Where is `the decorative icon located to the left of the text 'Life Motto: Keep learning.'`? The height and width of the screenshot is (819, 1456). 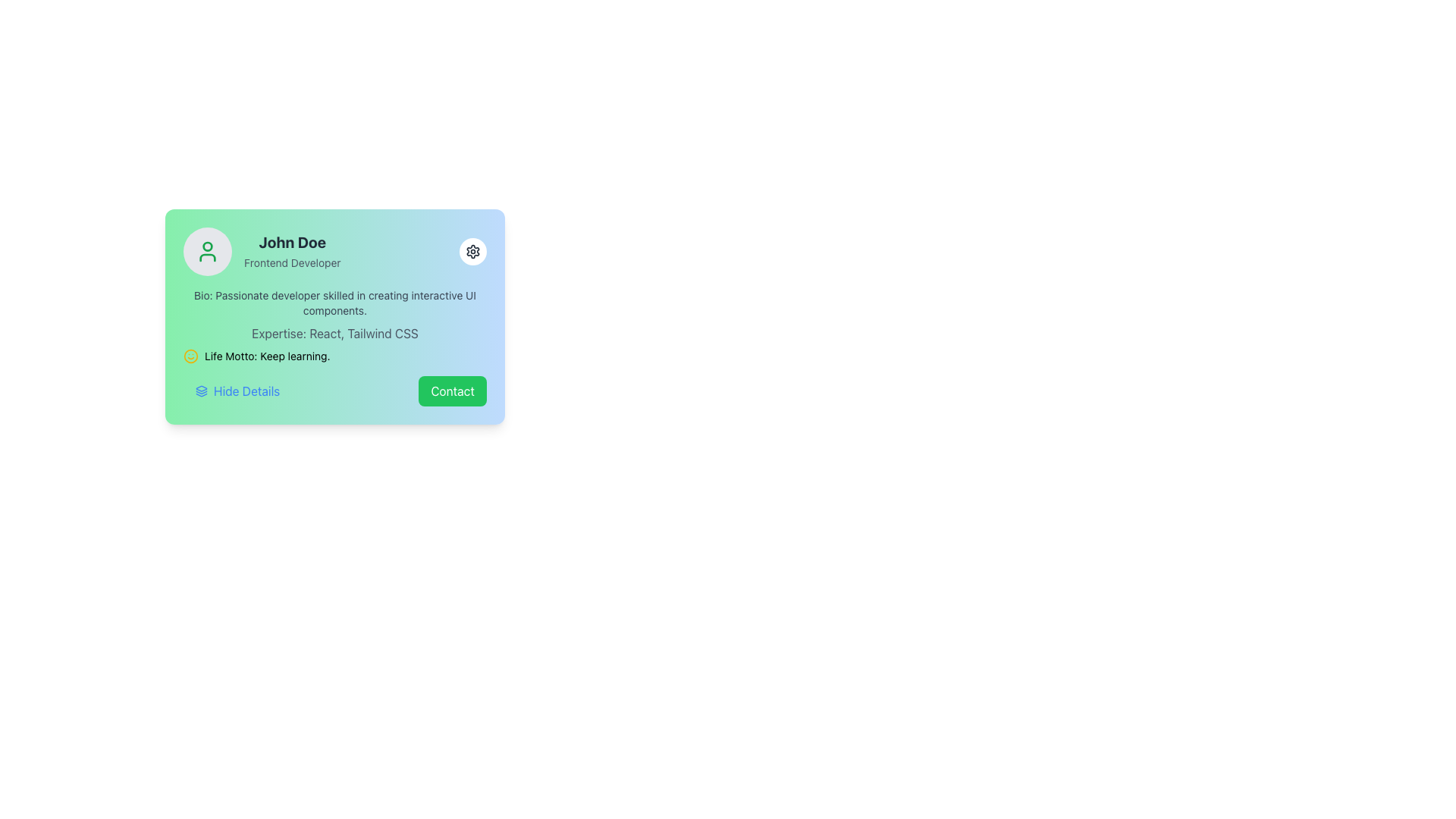 the decorative icon located to the left of the text 'Life Motto: Keep learning.' is located at coordinates (190, 356).